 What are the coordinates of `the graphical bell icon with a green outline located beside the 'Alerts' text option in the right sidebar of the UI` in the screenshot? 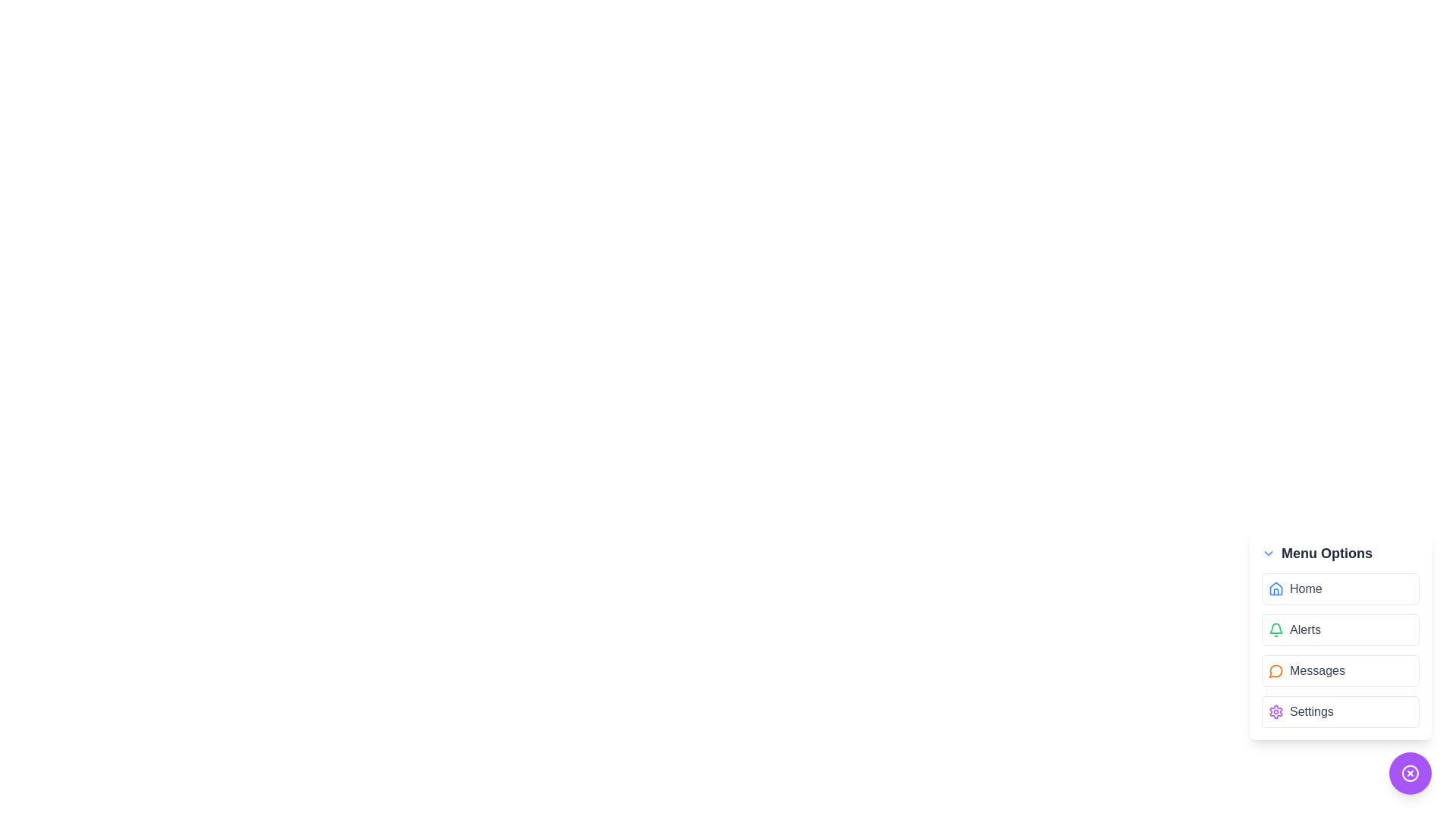 It's located at (1276, 628).